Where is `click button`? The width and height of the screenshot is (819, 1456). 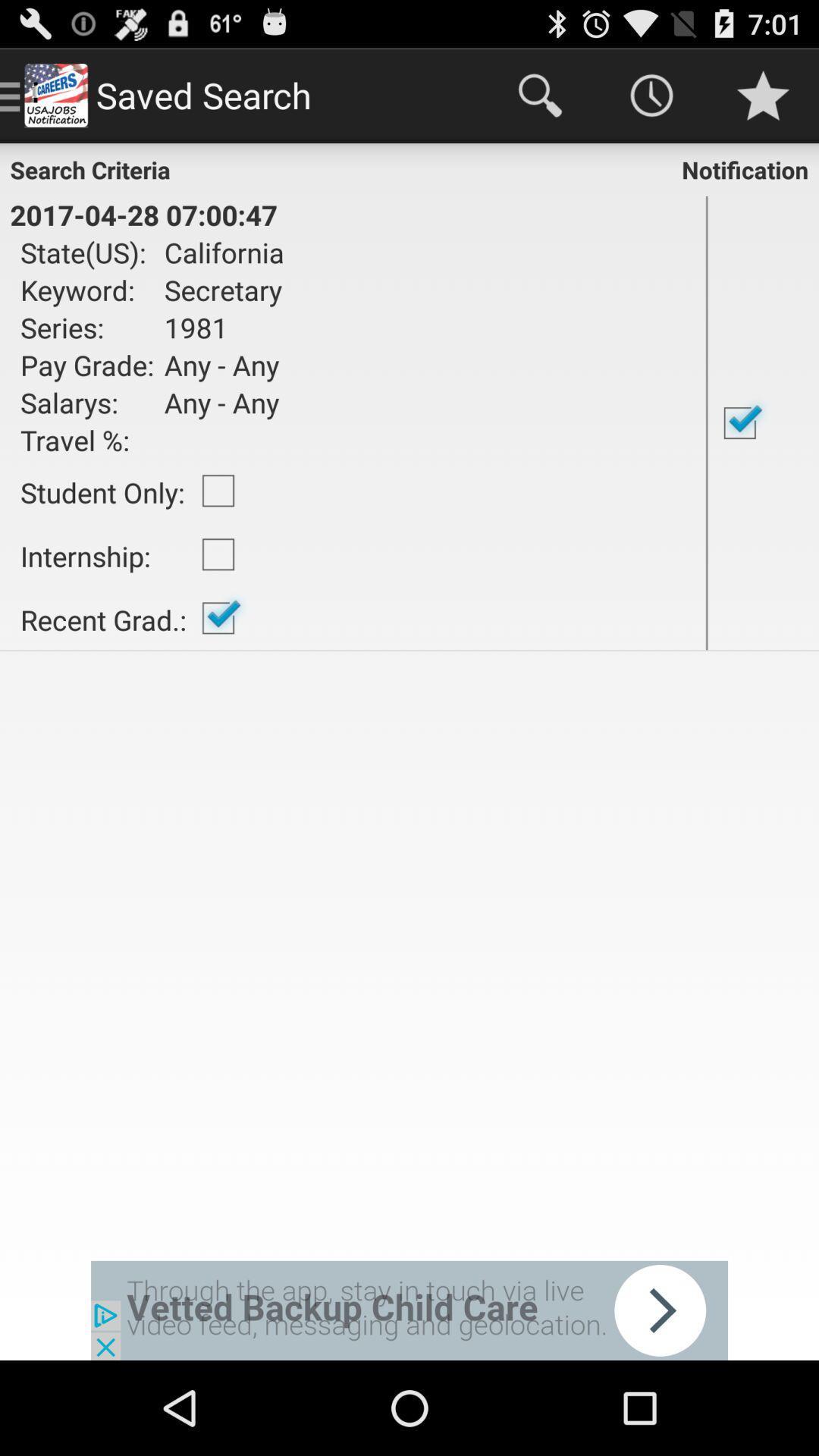 click button is located at coordinates (409, 1310).